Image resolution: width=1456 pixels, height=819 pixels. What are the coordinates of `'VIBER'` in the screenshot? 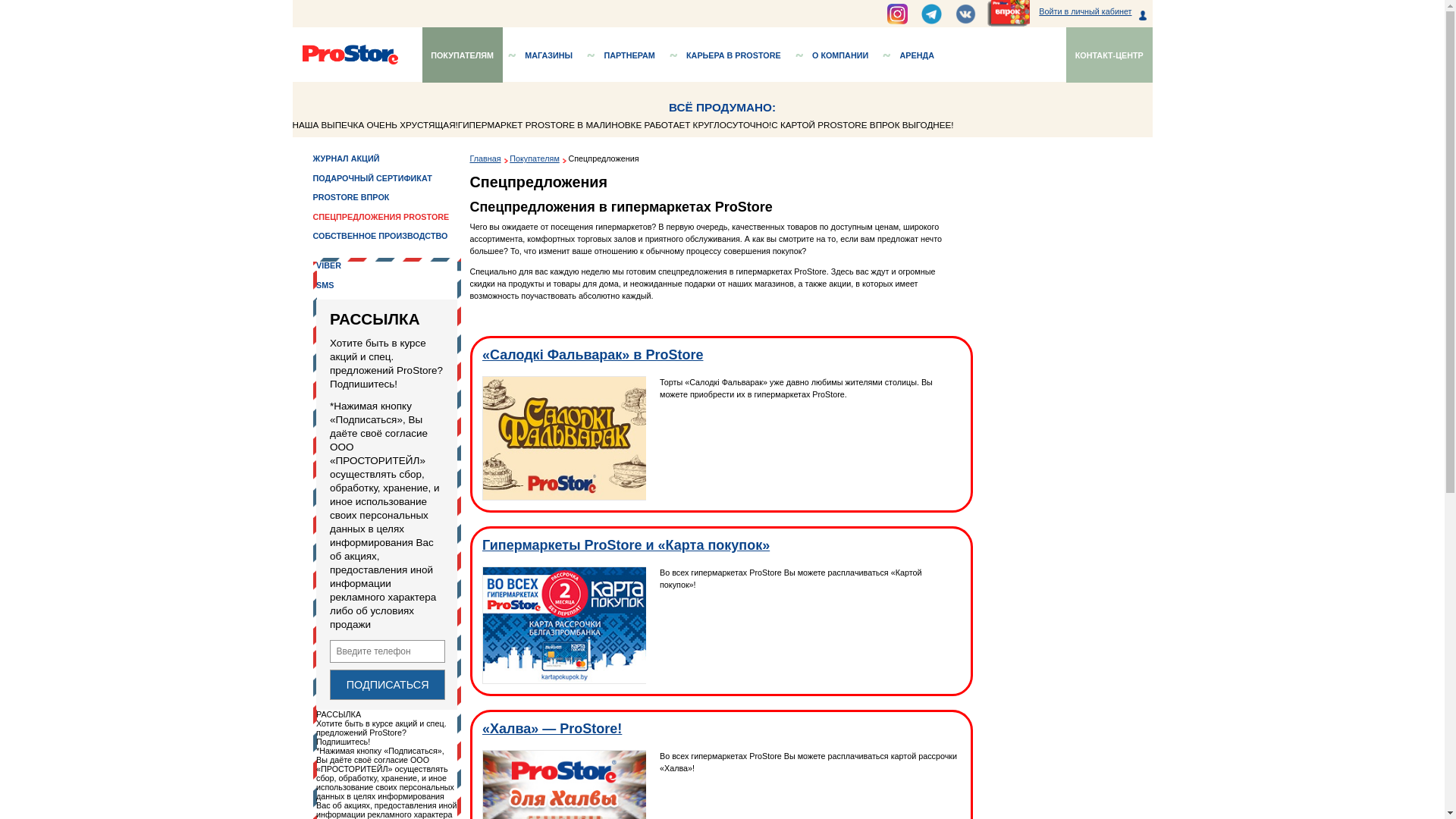 It's located at (365, 295).